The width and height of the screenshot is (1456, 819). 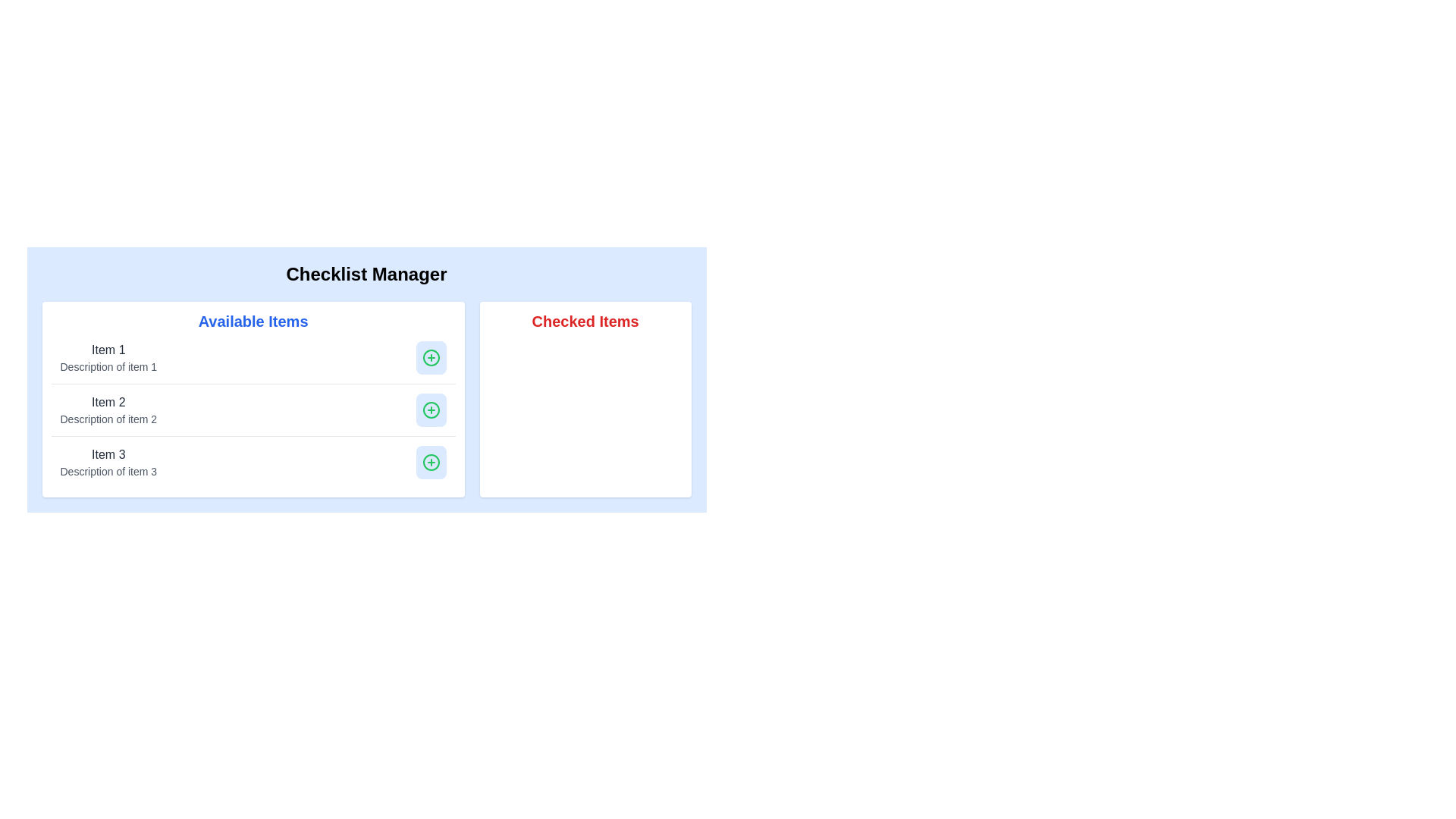 I want to click on the non-interactive illustration (circle) that visually represents the center of the 'Add' button in the 'Available Items' column for 'Item 1', so click(x=430, y=357).